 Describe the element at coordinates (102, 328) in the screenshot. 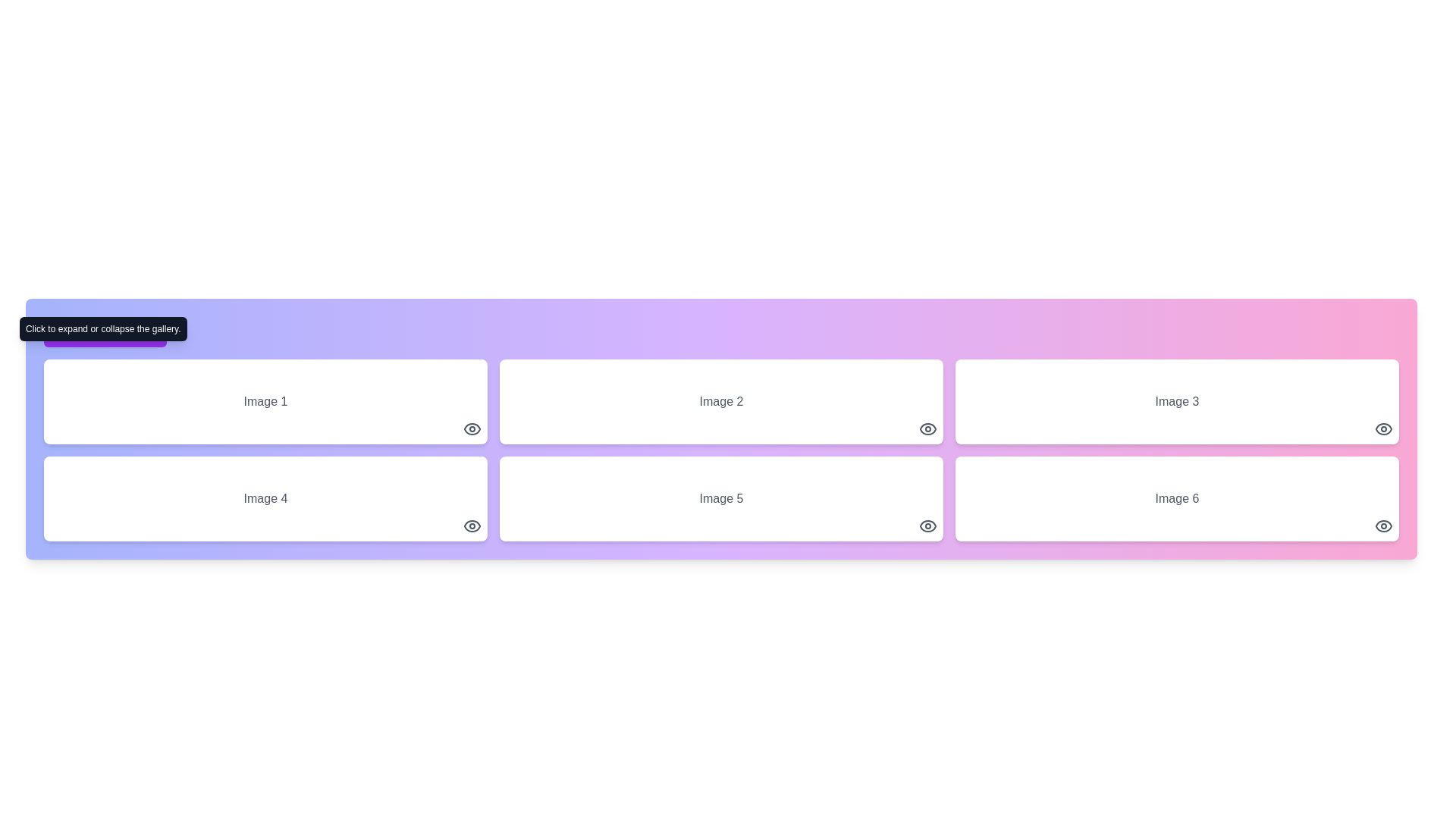

I see `text from the Tooltip or informational label that says 'Click to expand or collapse the gallery.'` at that location.